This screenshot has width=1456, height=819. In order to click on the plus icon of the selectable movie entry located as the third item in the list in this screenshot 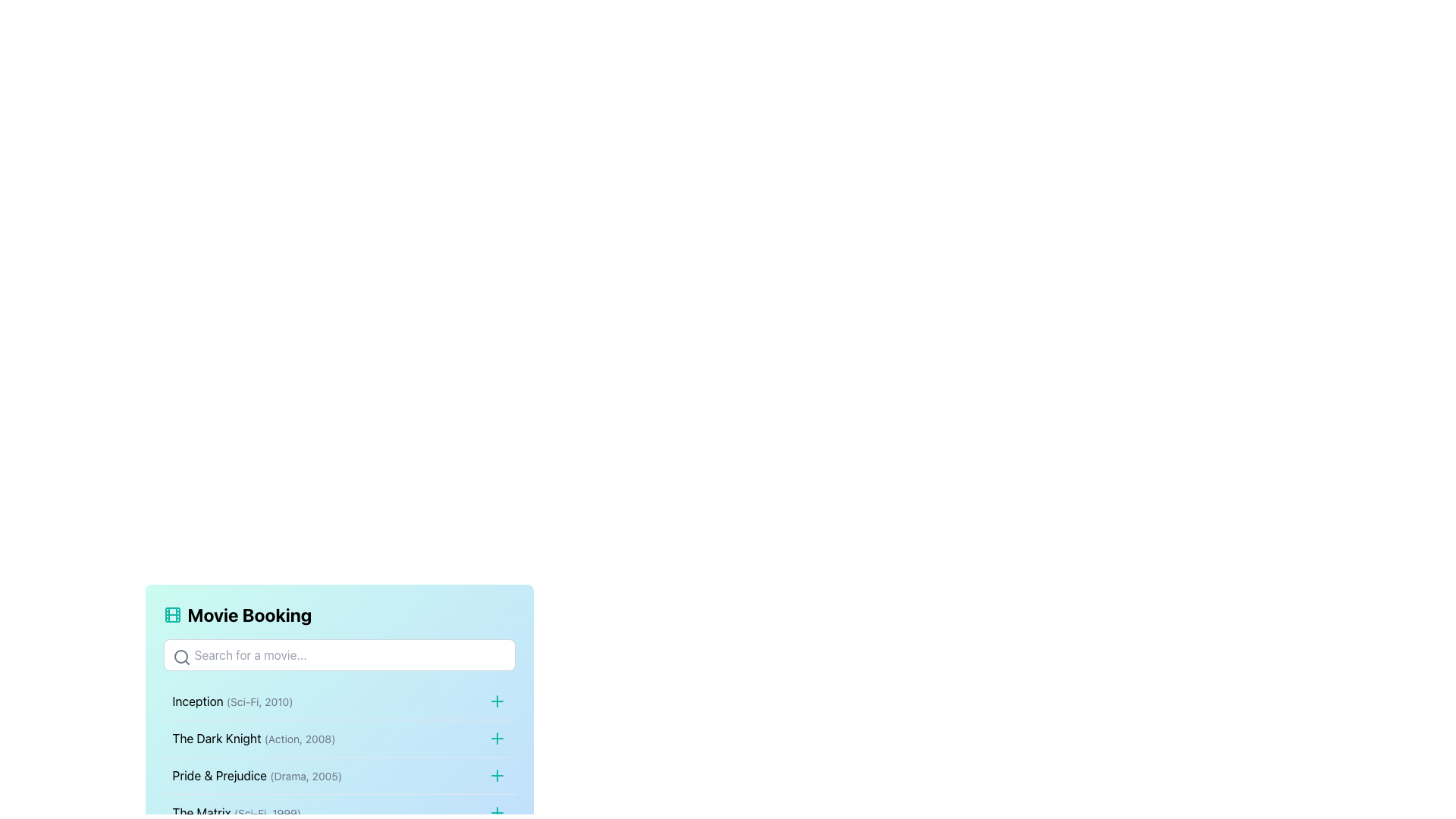, I will do `click(338, 775)`.